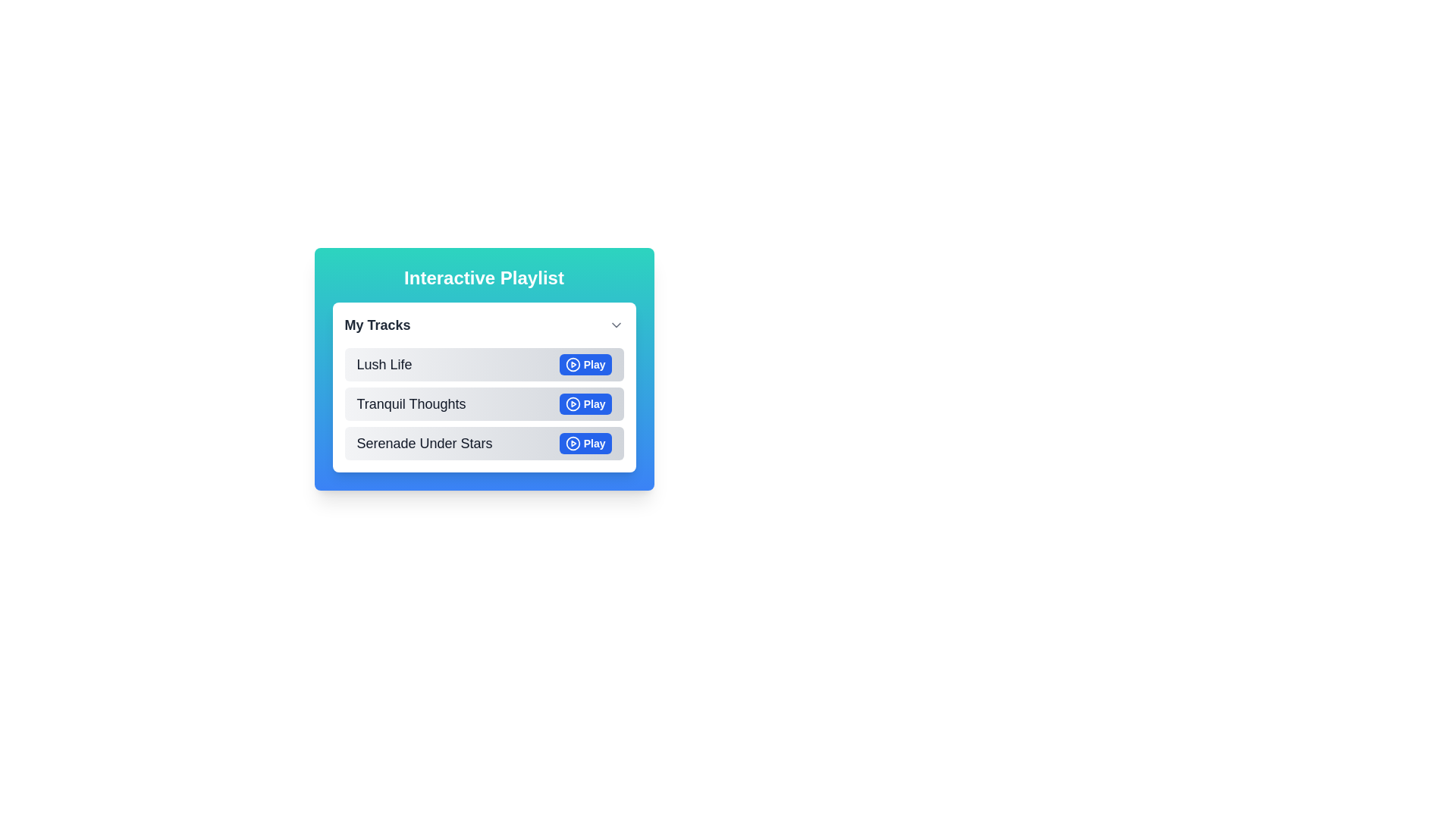 Image resolution: width=1456 pixels, height=819 pixels. I want to click on the list item labeled 'Lush Life' that contains a blue 'Play' button, so click(483, 365).